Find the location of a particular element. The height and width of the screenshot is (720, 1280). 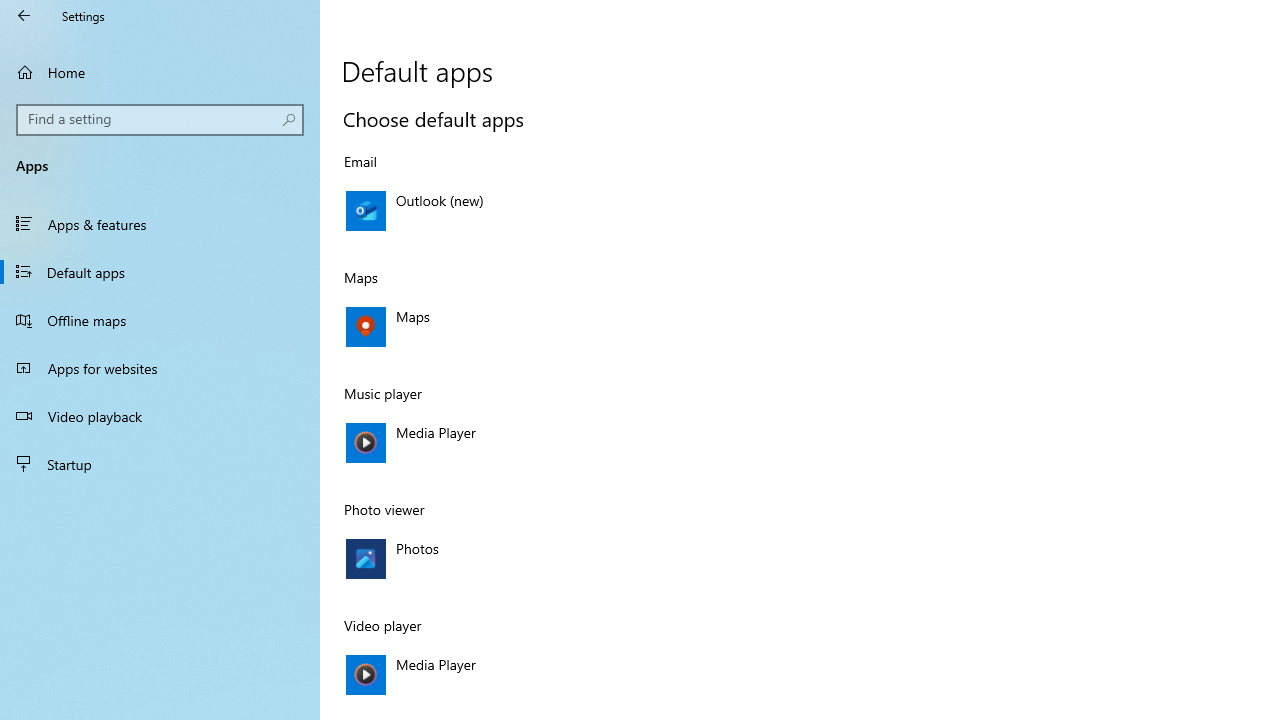

'Home' is located at coordinates (160, 71).